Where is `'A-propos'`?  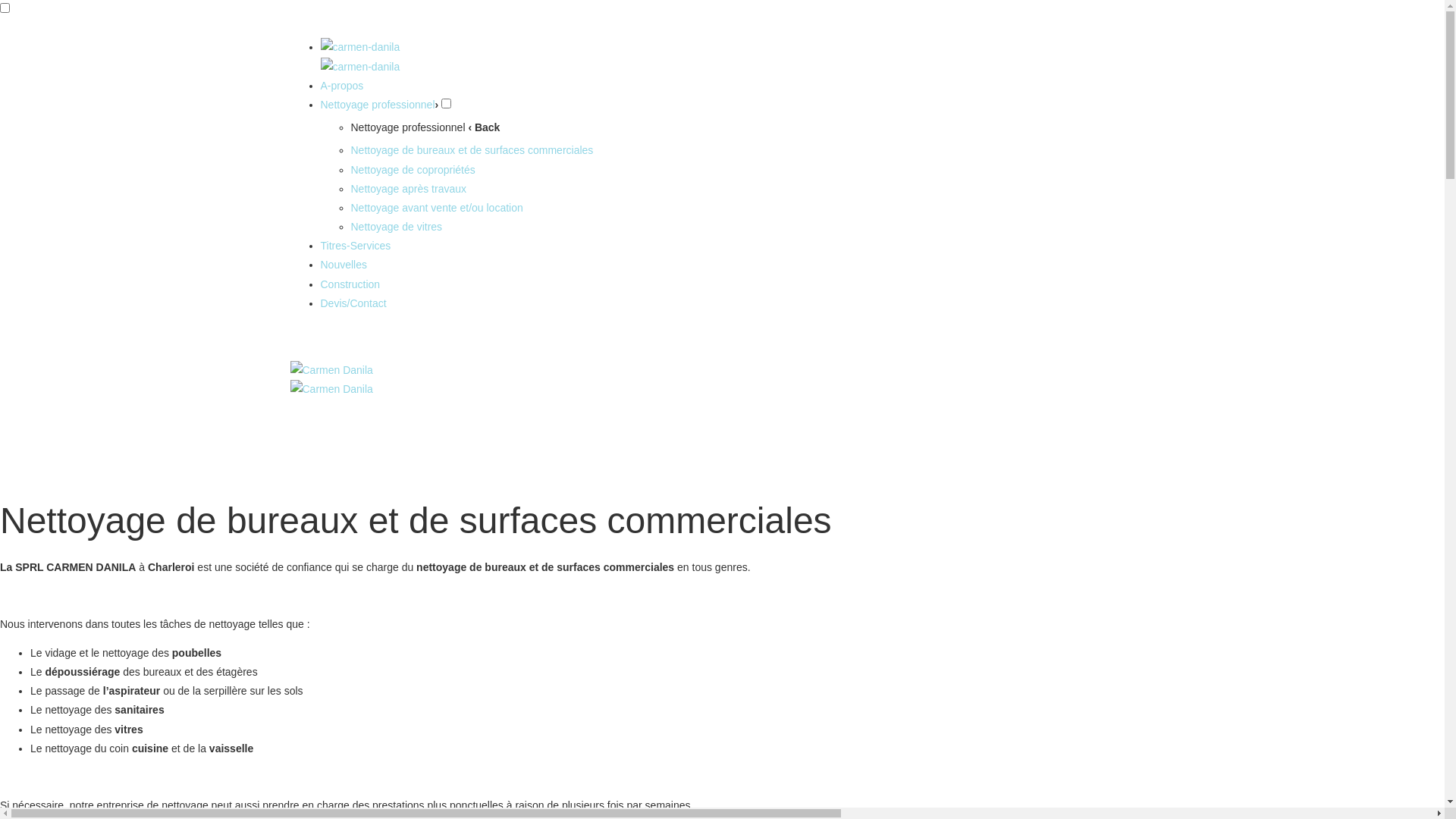
'A-propos' is located at coordinates (340, 85).